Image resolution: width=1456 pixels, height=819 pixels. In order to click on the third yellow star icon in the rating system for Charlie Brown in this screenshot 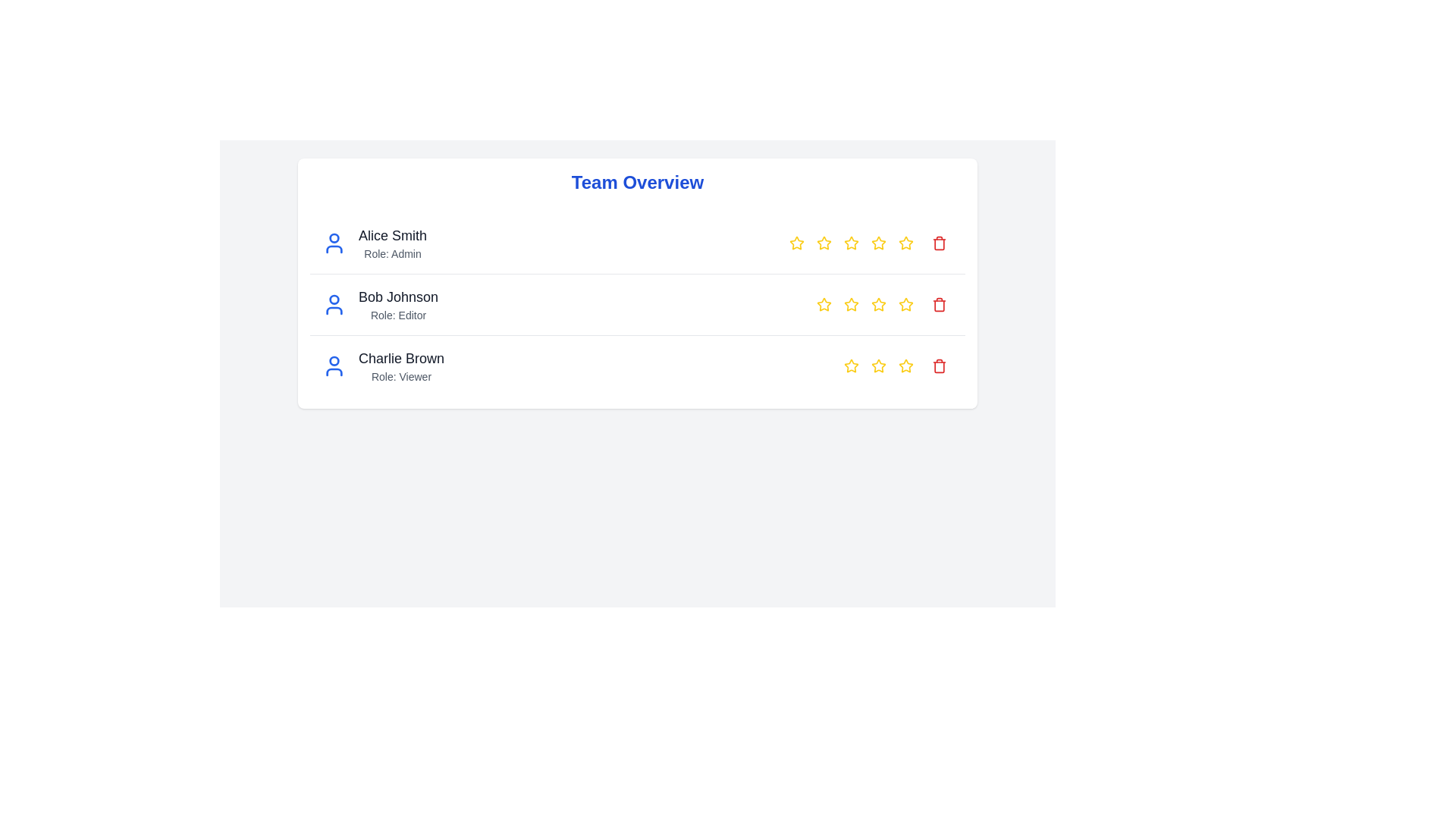, I will do `click(878, 366)`.